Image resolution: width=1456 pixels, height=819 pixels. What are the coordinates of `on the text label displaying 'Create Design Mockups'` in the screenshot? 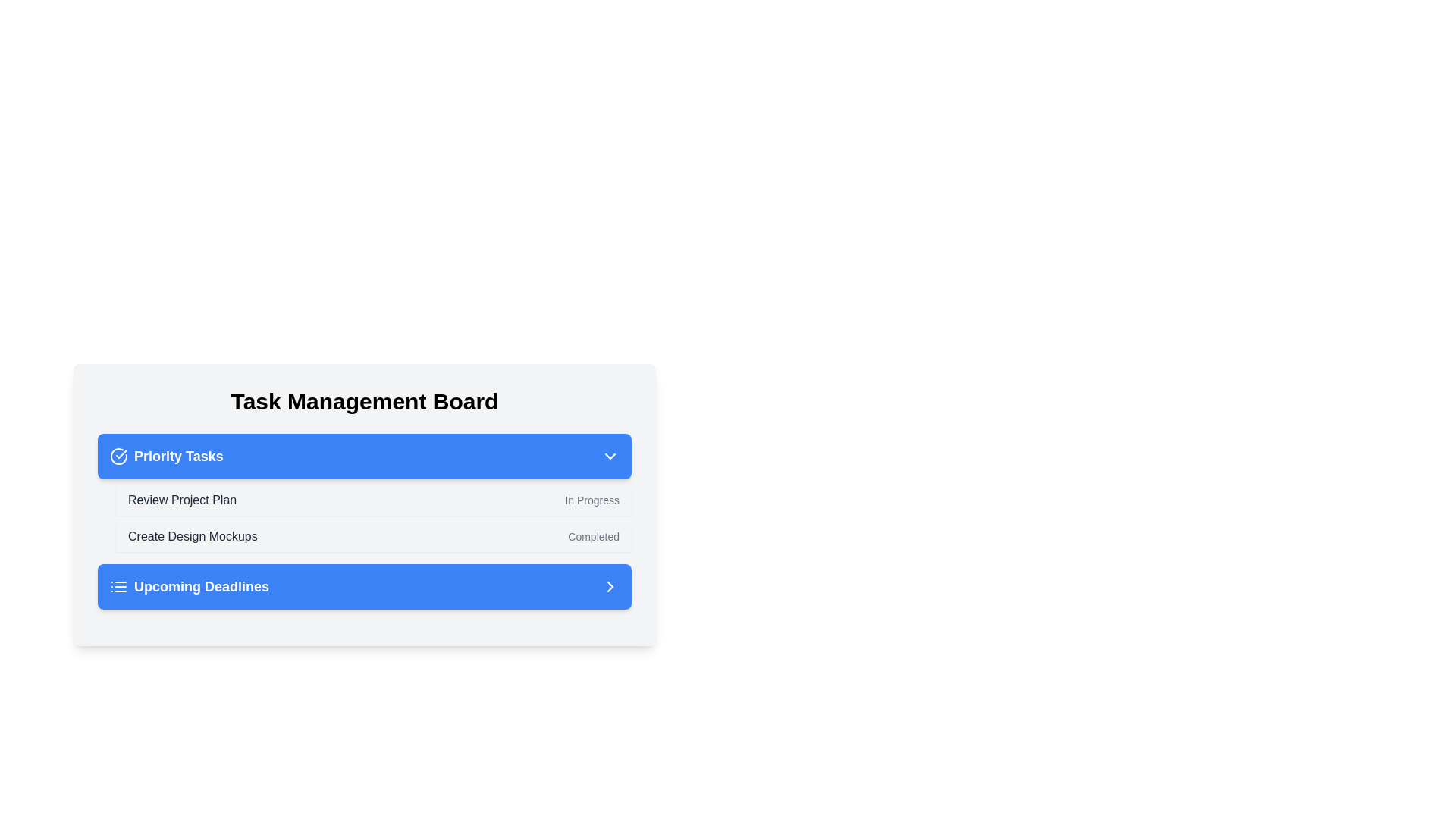 It's located at (192, 536).